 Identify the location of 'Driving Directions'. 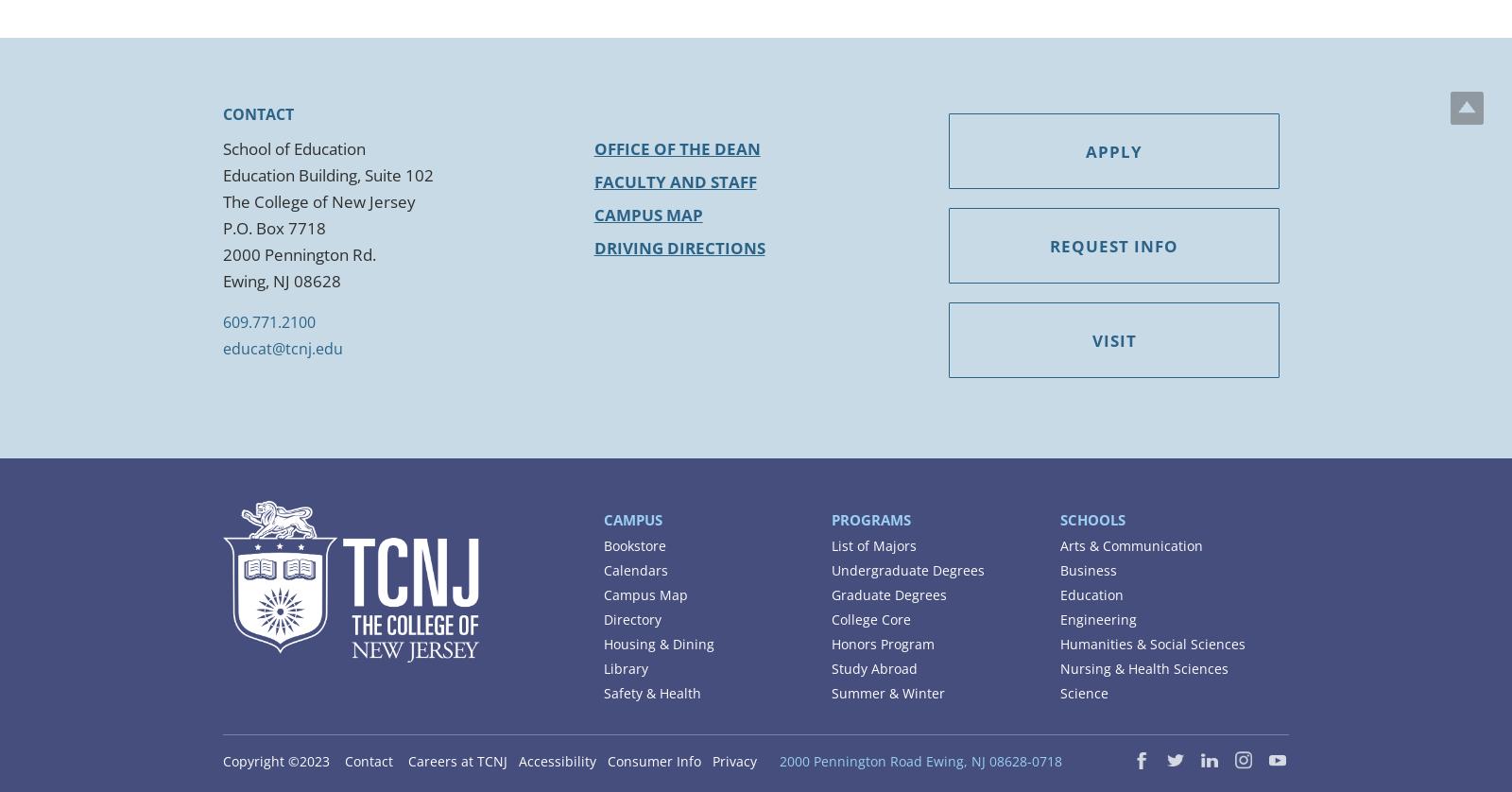
(679, 247).